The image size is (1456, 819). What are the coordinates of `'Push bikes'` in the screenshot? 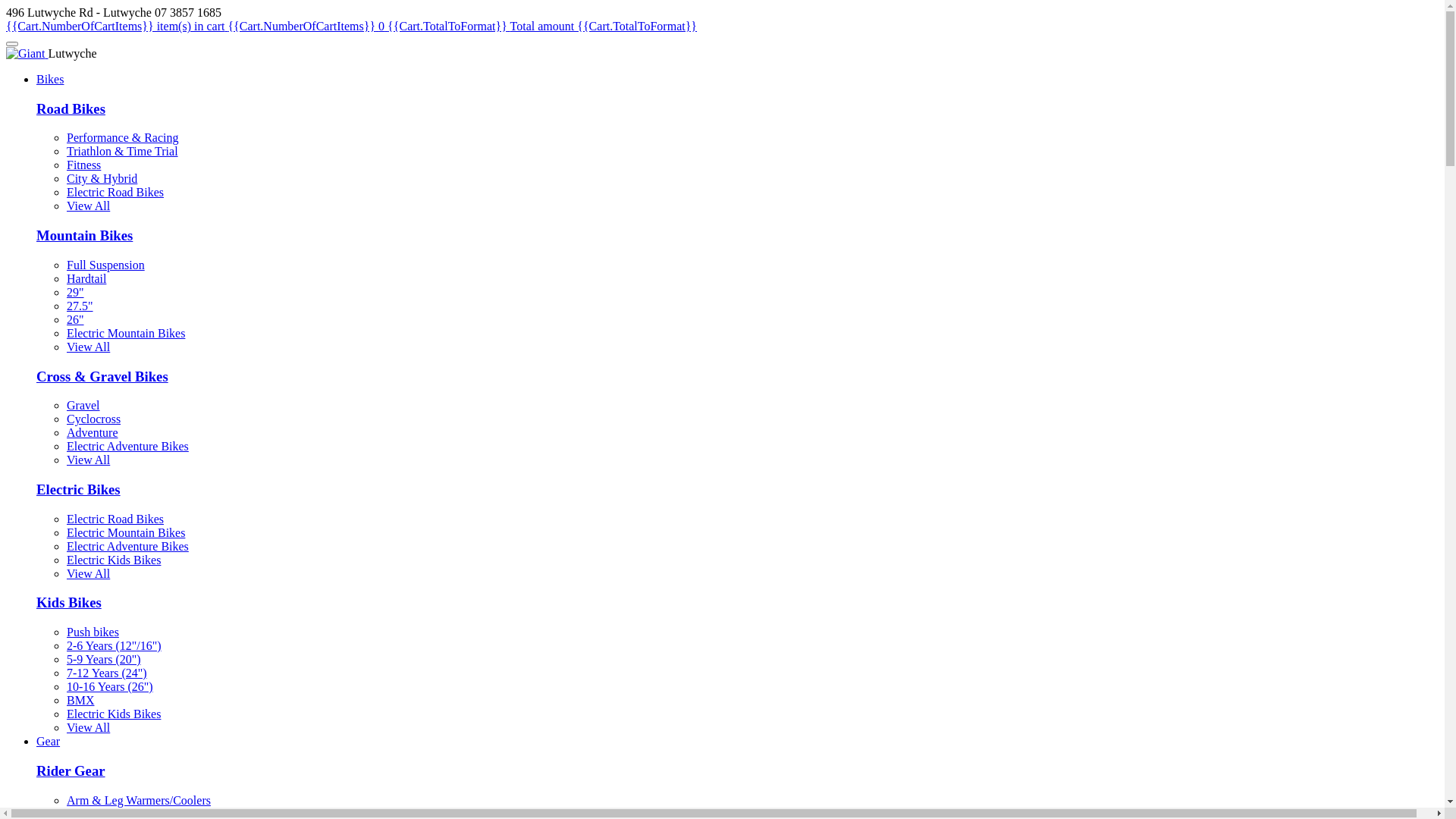 It's located at (92, 632).